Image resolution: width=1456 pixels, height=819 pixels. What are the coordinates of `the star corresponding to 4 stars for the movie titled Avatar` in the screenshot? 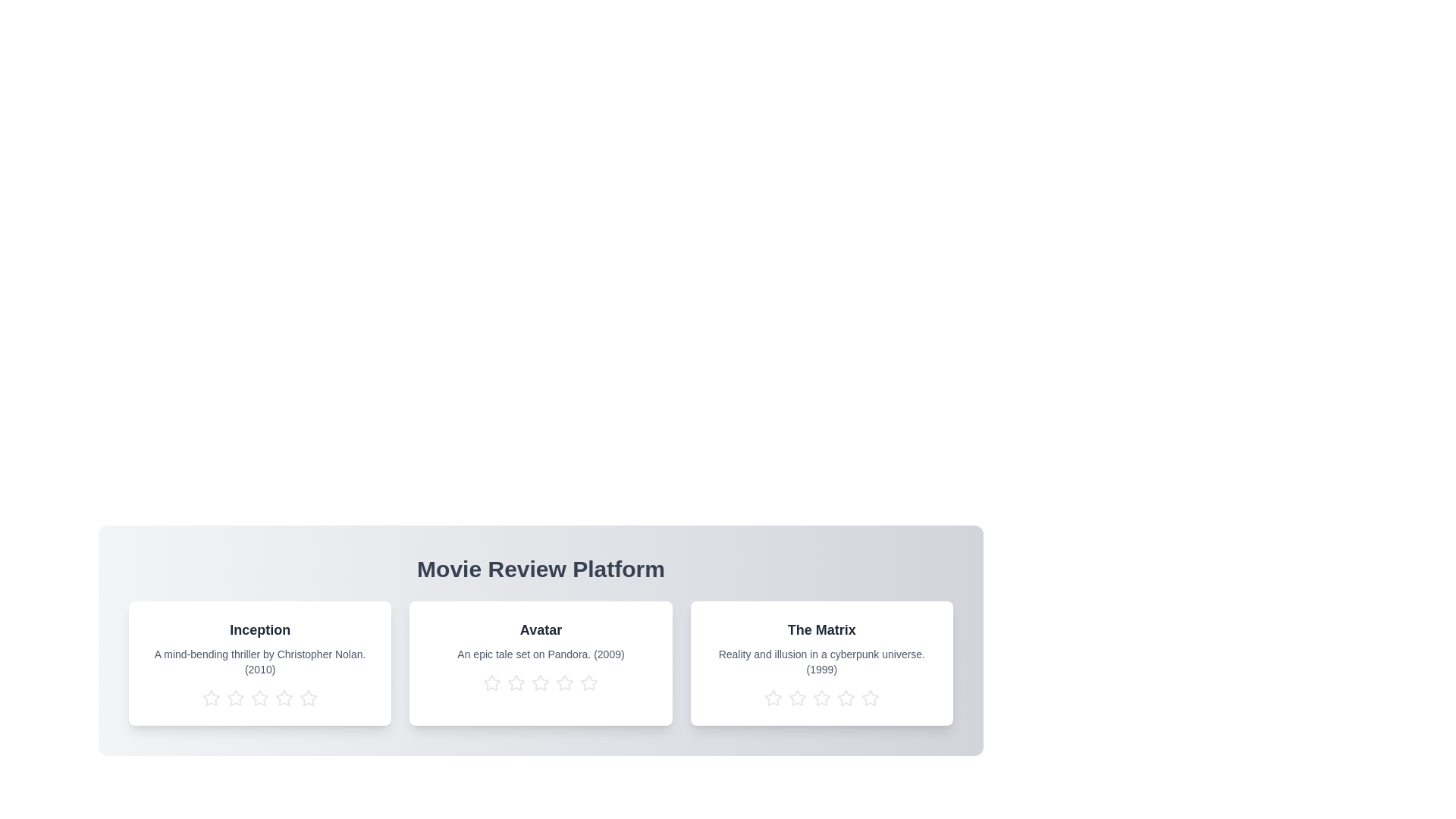 It's located at (563, 683).